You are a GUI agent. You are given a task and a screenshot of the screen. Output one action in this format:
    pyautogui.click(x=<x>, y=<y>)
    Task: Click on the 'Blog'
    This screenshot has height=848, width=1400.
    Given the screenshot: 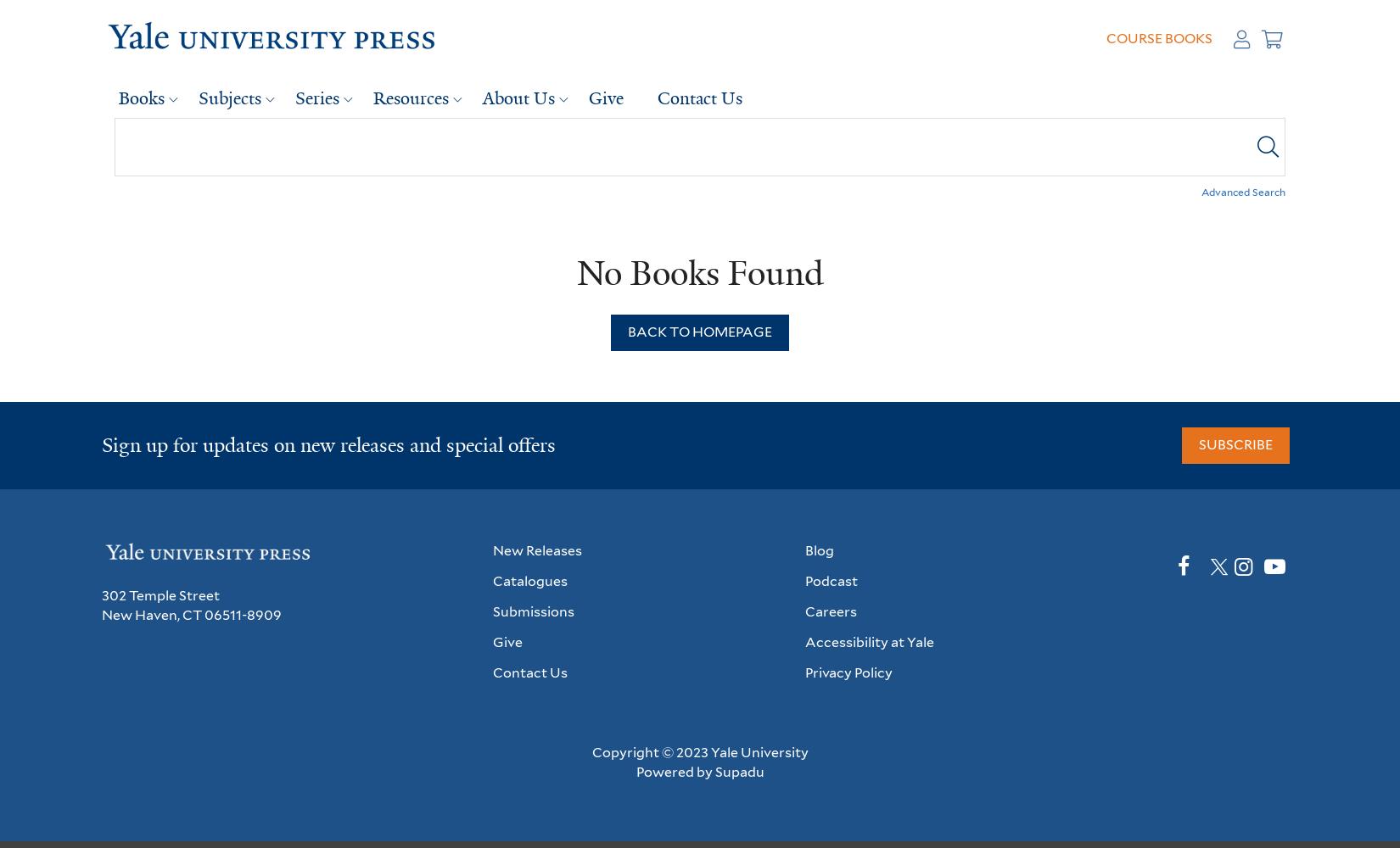 What is the action you would take?
    pyautogui.click(x=820, y=550)
    